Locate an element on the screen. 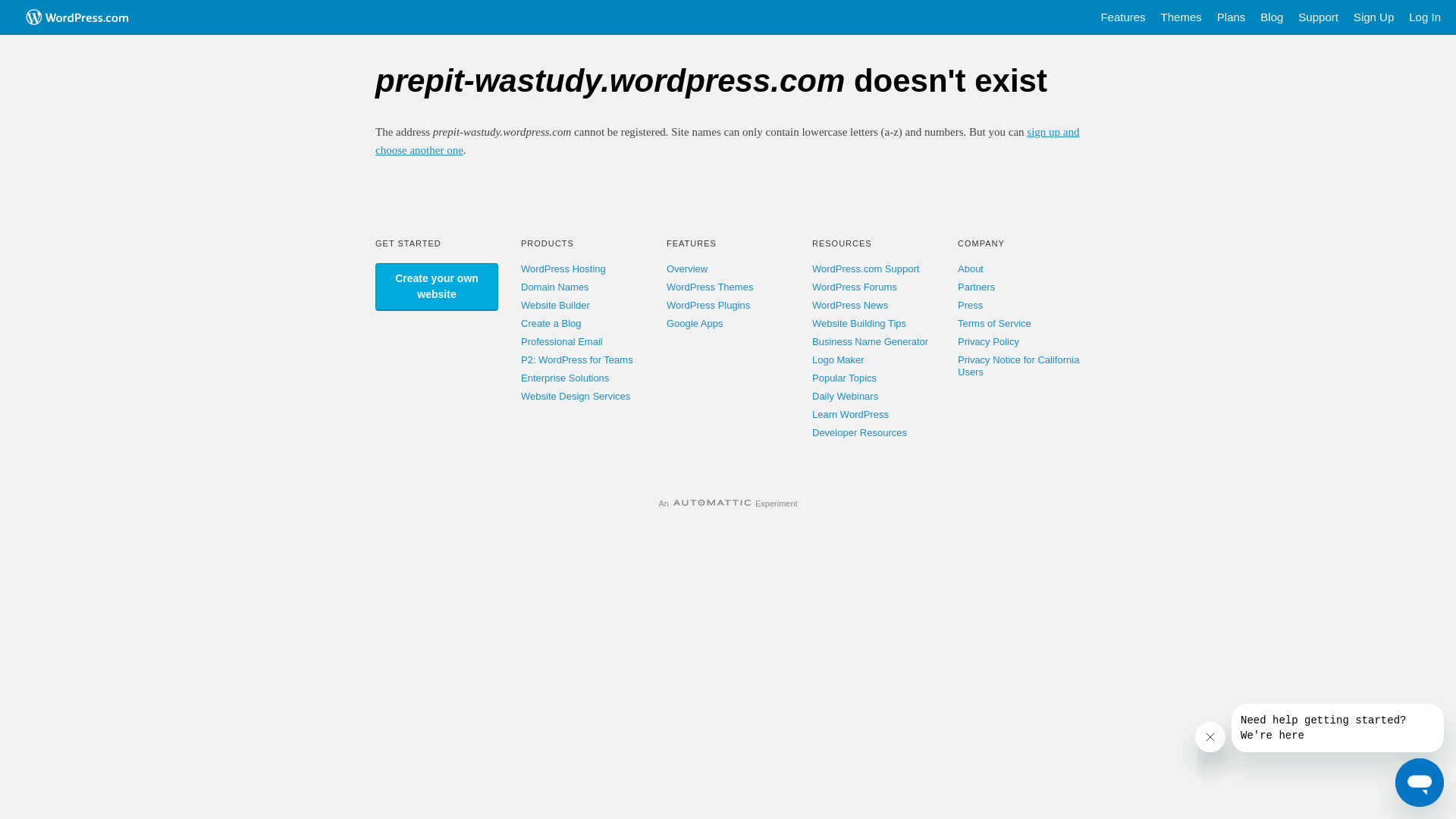 The height and width of the screenshot is (819, 1456). 'Automattic' is located at coordinates (711, 503).